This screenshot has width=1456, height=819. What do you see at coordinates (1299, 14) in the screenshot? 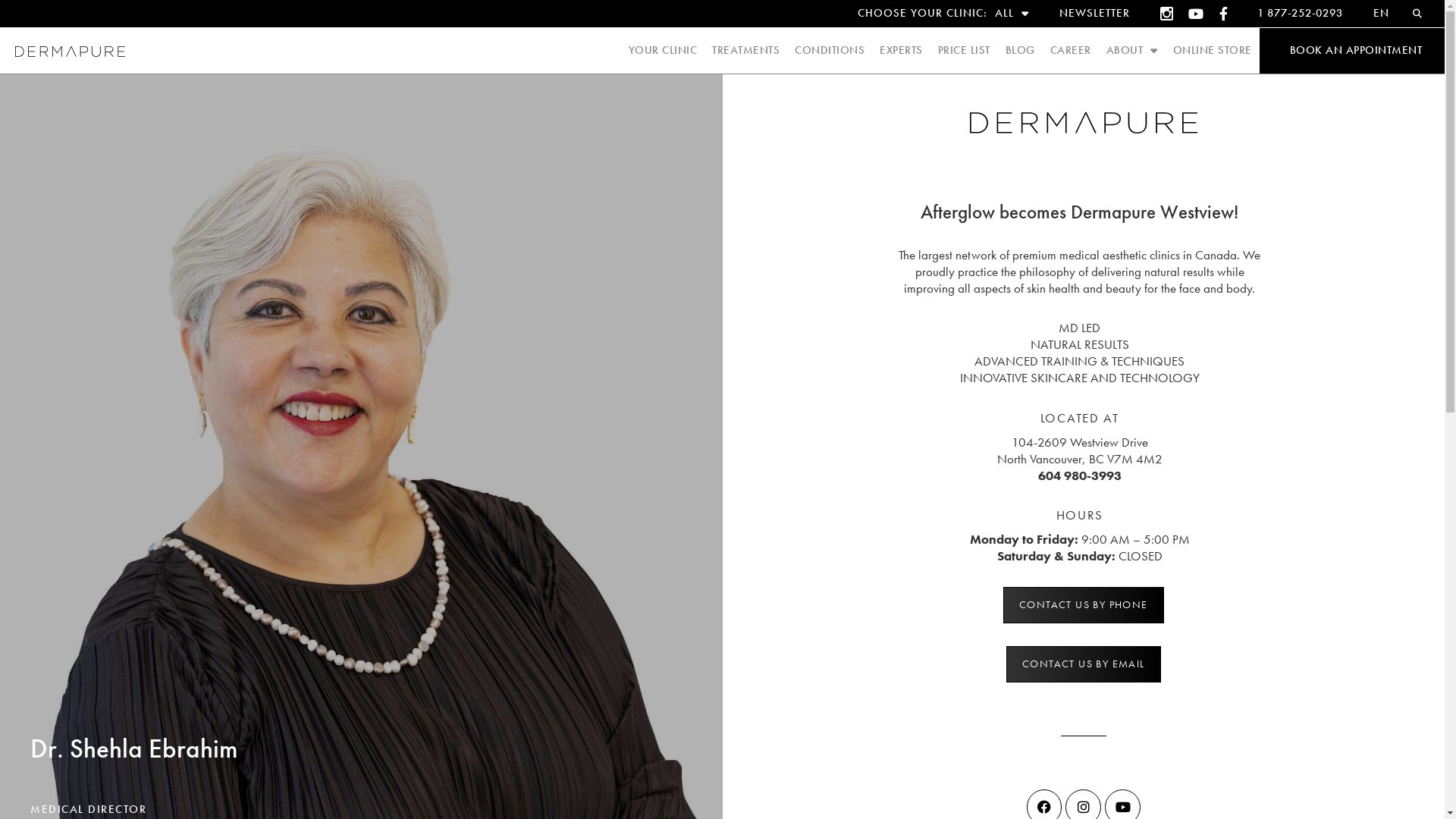
I see `'1 877-252-0293'` at bounding box center [1299, 14].